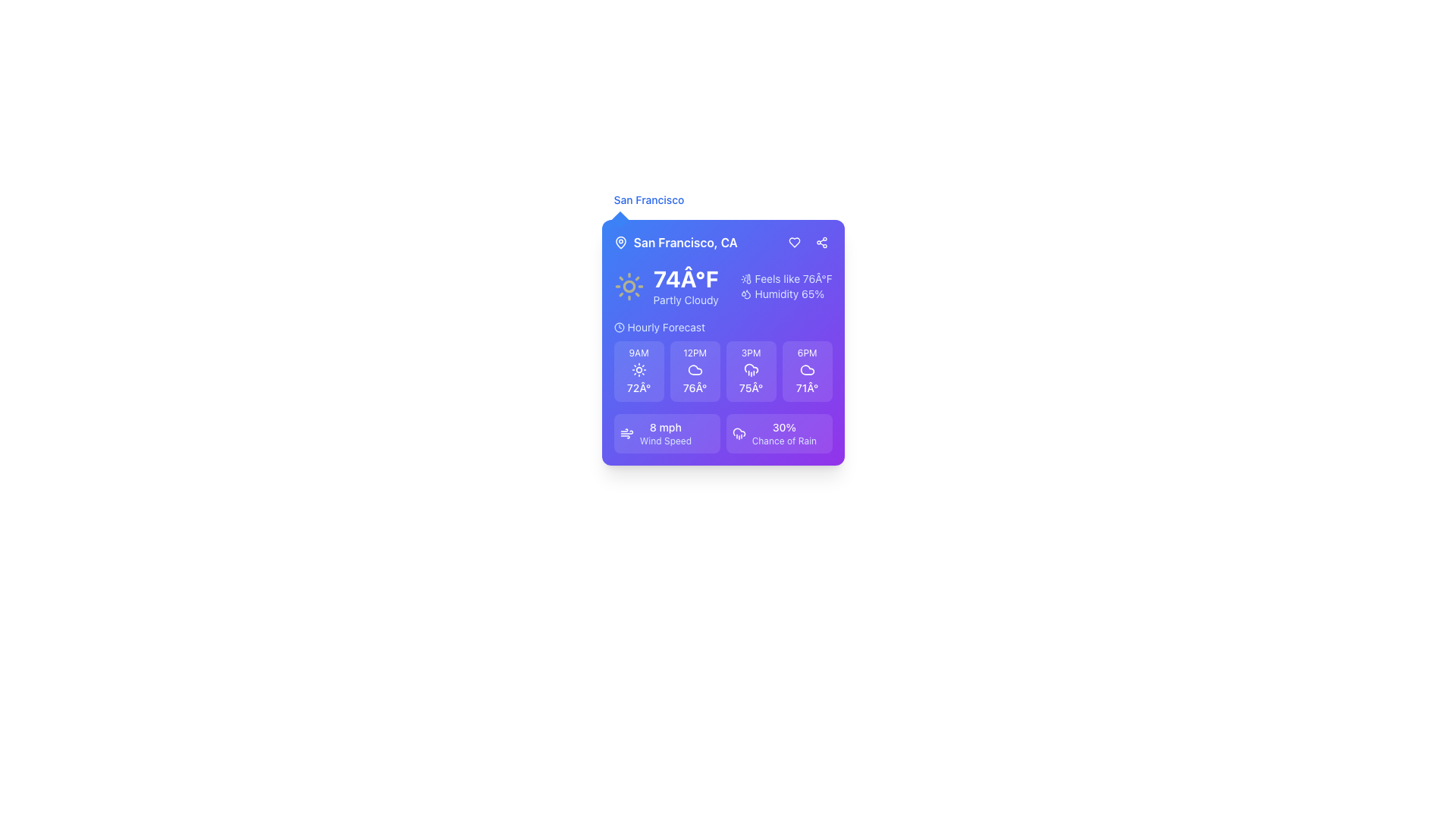 The image size is (1456, 819). I want to click on the share icon located at the upper right corner of the weather widget to share the content or information, so click(821, 242).